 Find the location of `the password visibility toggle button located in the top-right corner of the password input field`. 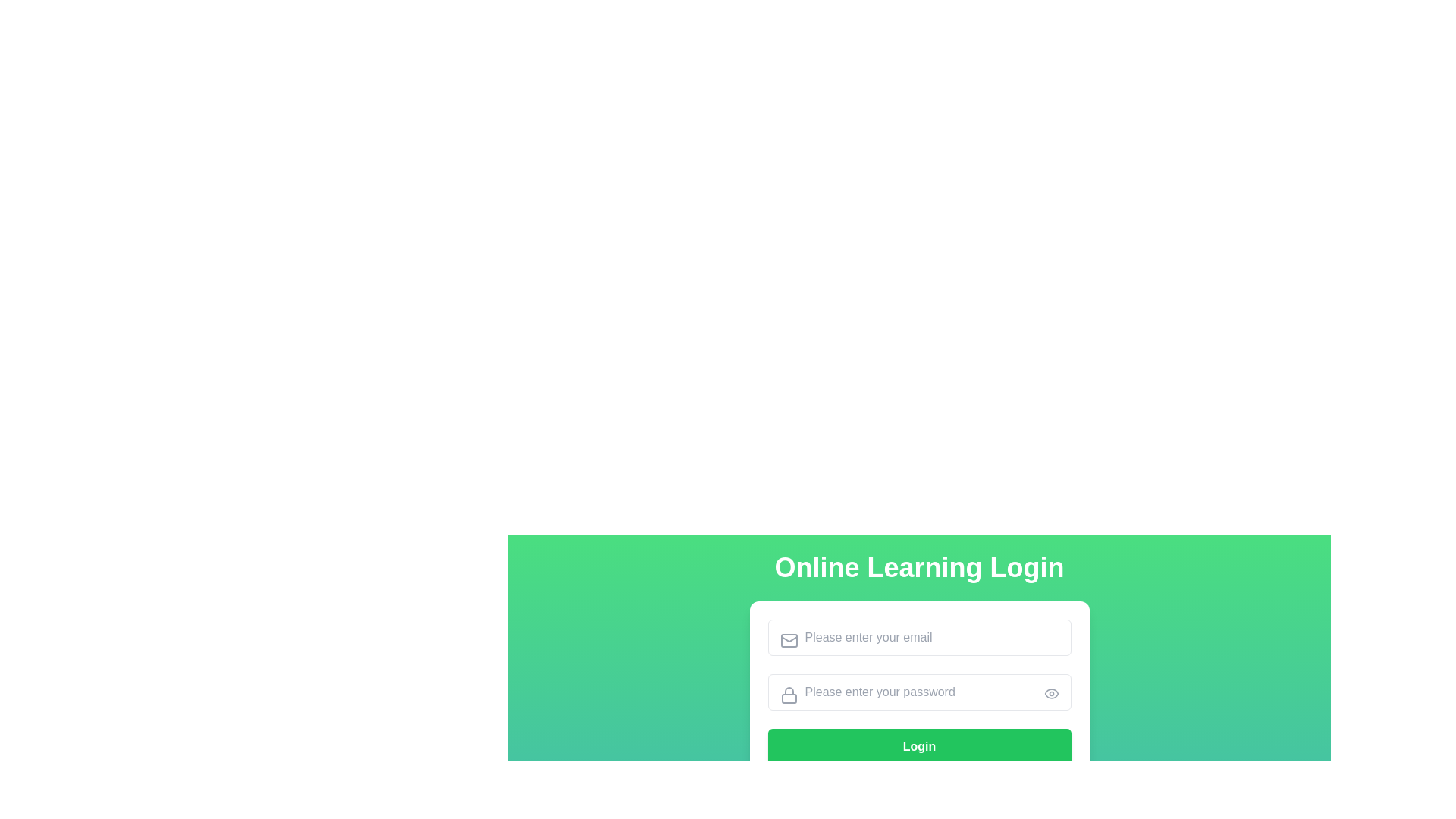

the password visibility toggle button located in the top-right corner of the password input field is located at coordinates (1050, 693).